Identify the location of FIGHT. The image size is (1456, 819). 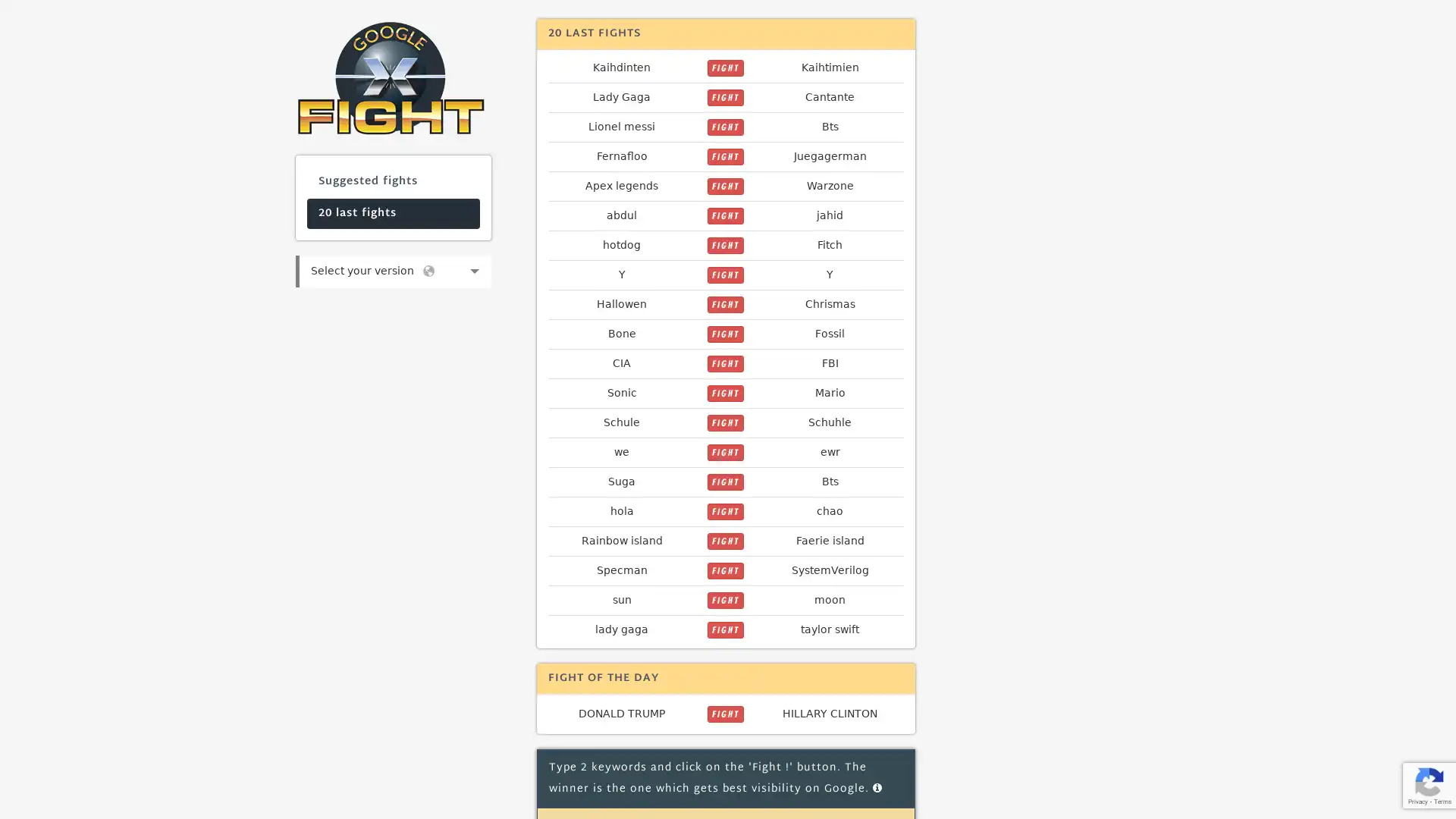
(724, 452).